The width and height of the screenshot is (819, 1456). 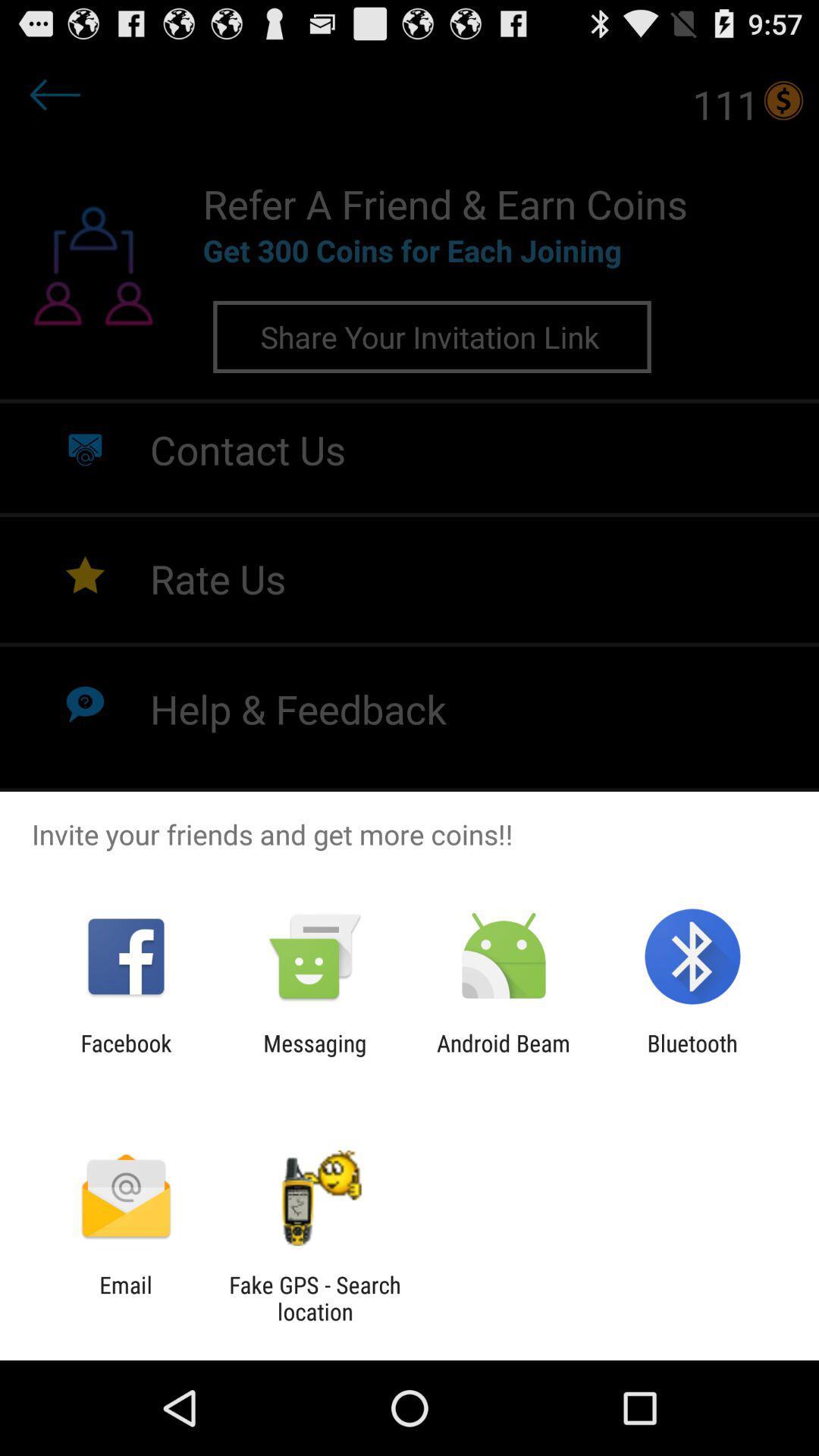 What do you see at coordinates (125, 1056) in the screenshot?
I see `the facebook item` at bounding box center [125, 1056].